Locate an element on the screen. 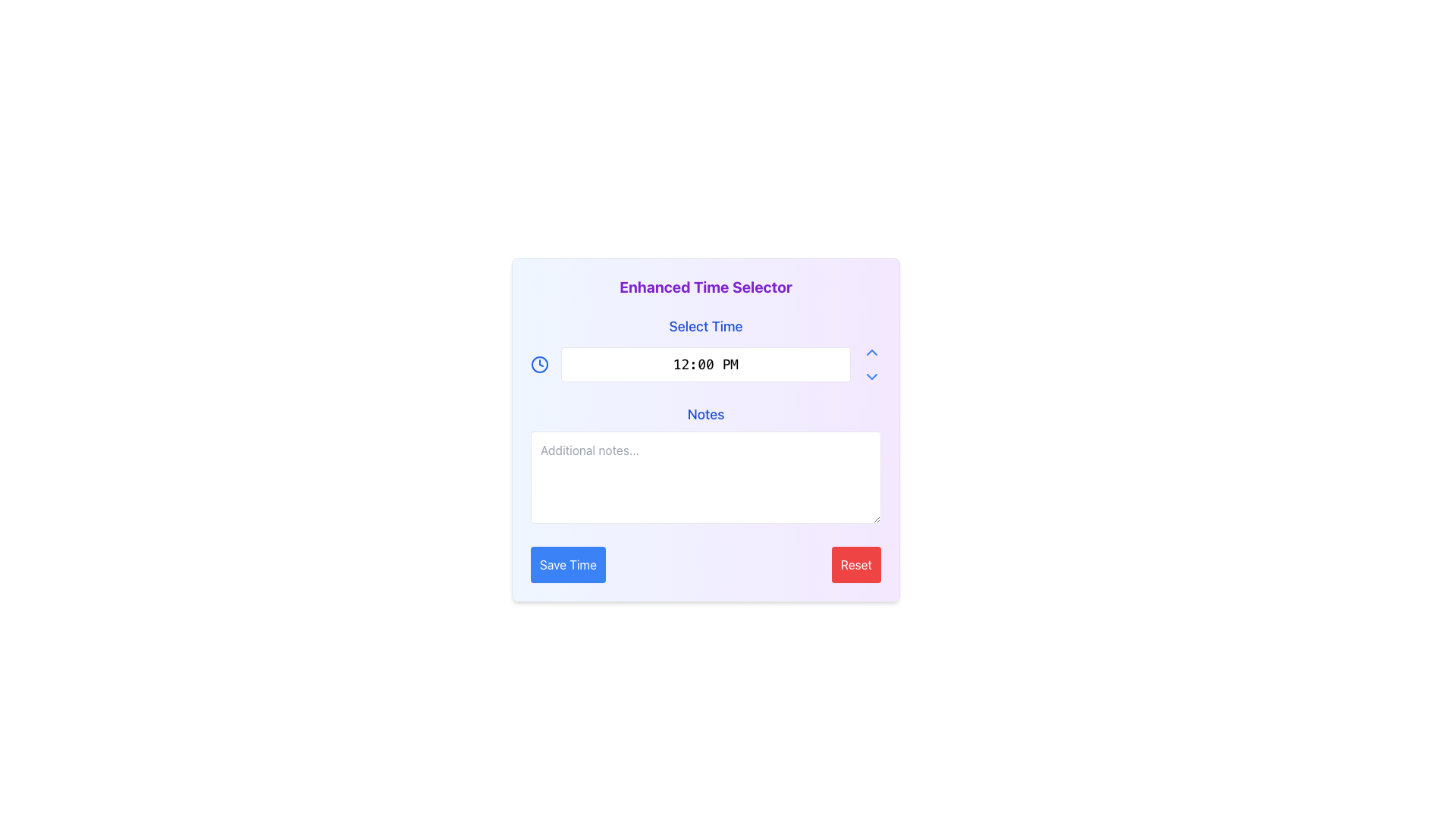 This screenshot has width=1456, height=819. the 'Save Time' button located in the bottom-left corner of the form panel is located at coordinates (566, 564).